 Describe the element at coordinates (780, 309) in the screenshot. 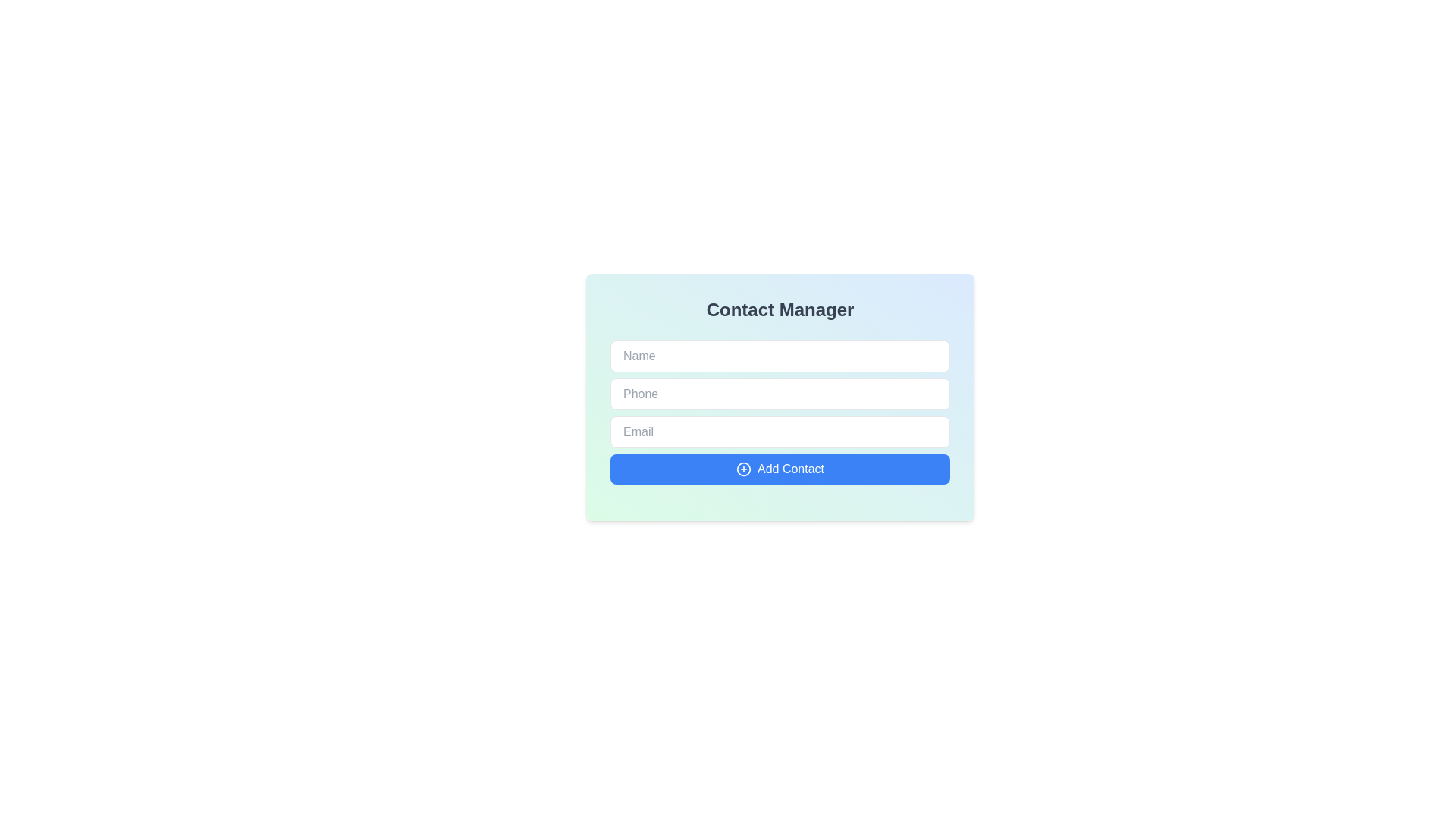

I see `the Text Header of the Contact Manager application, which serves as the section title positioned above the form fields` at that location.